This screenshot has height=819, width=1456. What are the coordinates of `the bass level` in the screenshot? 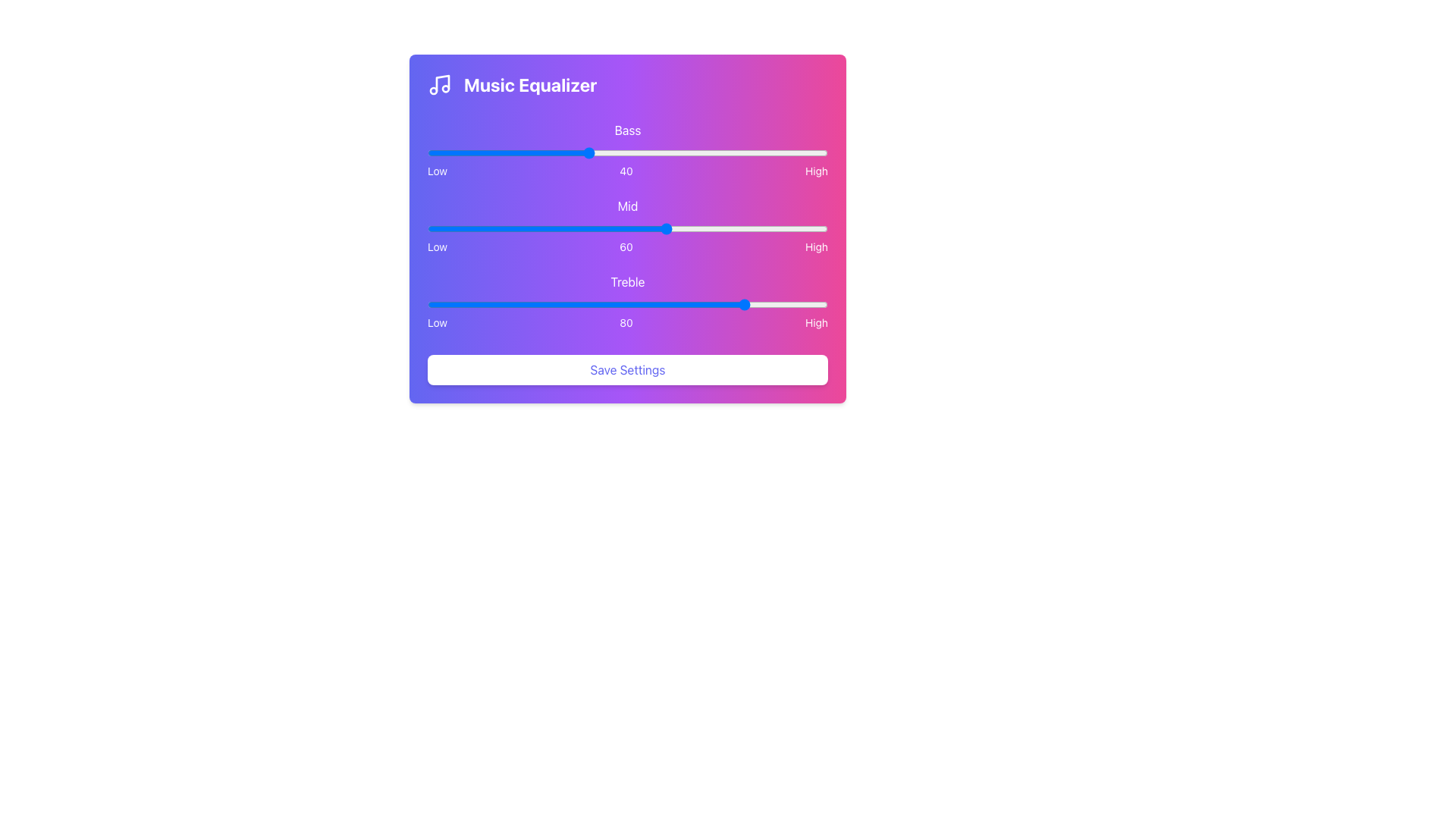 It's located at (438, 152).